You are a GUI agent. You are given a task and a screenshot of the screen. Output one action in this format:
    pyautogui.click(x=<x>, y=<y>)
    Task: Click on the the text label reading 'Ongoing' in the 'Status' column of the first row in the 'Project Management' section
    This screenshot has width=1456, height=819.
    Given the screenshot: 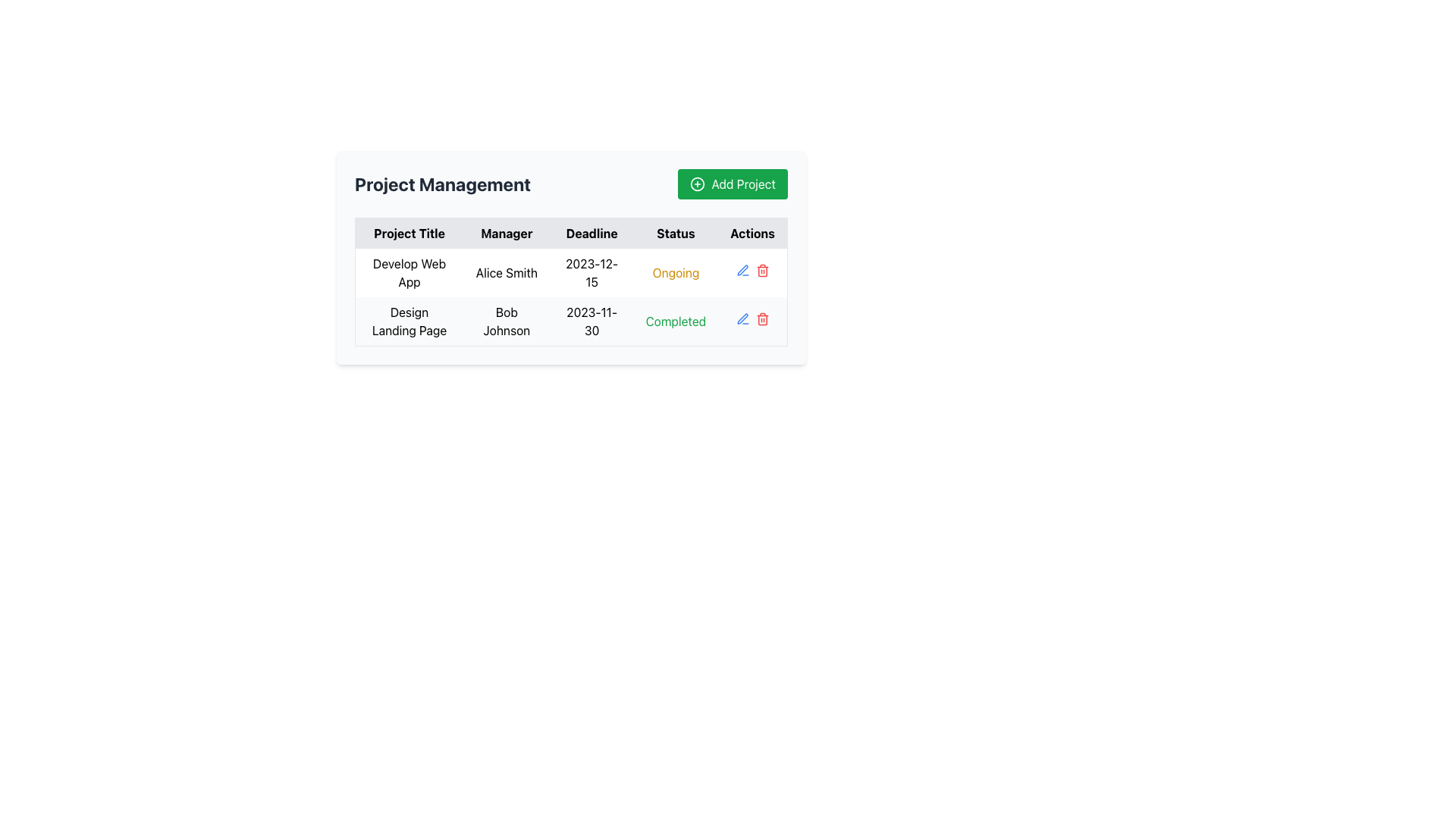 What is the action you would take?
    pyautogui.click(x=675, y=271)
    